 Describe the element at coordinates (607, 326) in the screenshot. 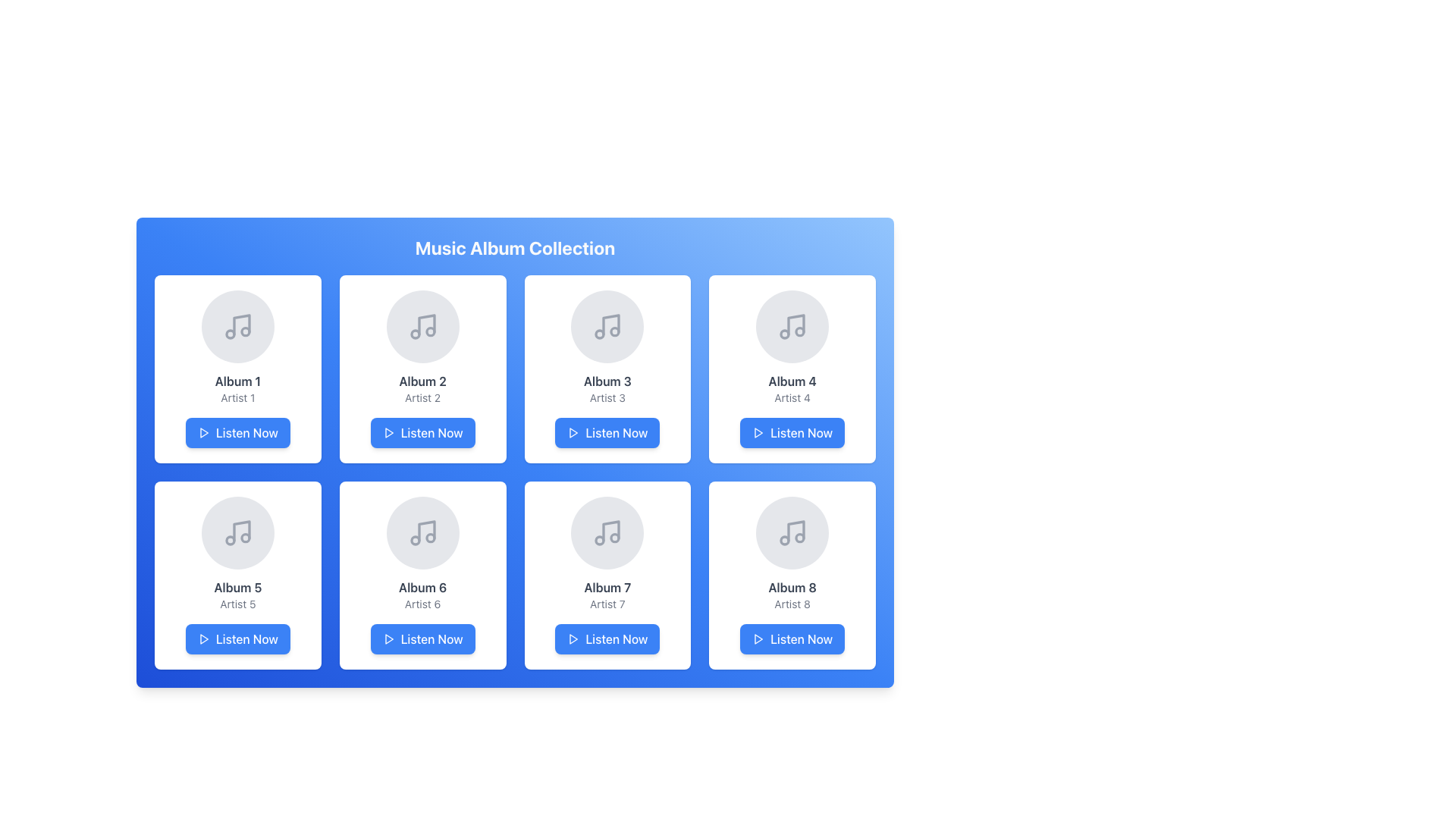

I see `the music icon representing 'Album 3' and 'Artist 3' located in the top-center section of the card` at that location.